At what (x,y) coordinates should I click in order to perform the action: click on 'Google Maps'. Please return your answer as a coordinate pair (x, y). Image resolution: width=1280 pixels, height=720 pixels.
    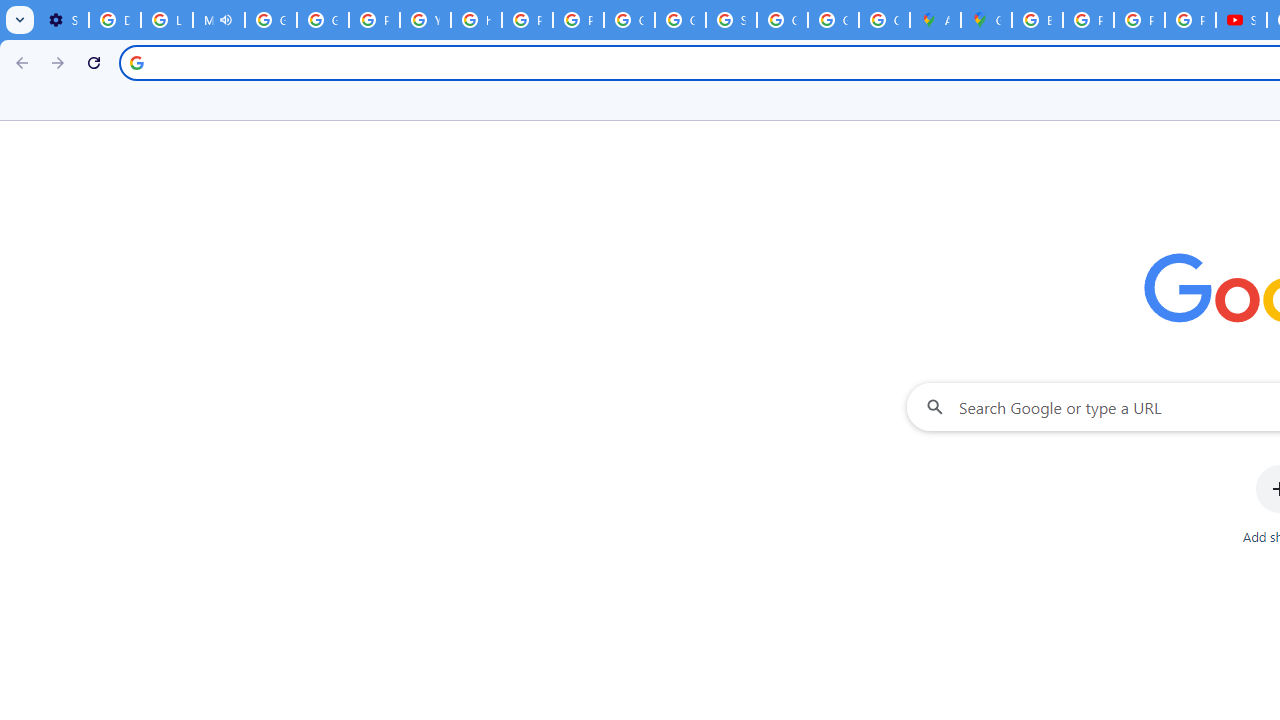
    Looking at the image, I should click on (986, 20).